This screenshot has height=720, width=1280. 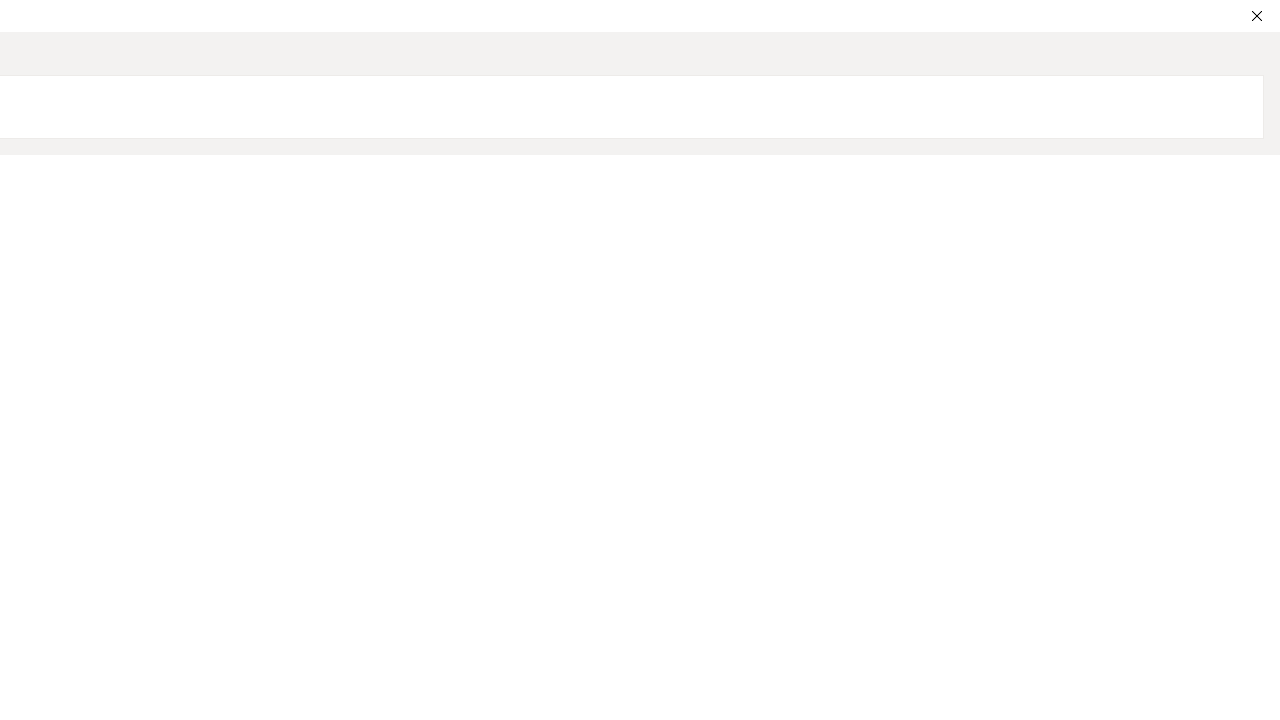 What do you see at coordinates (1255, 15) in the screenshot?
I see `'Close Add an account'` at bounding box center [1255, 15].